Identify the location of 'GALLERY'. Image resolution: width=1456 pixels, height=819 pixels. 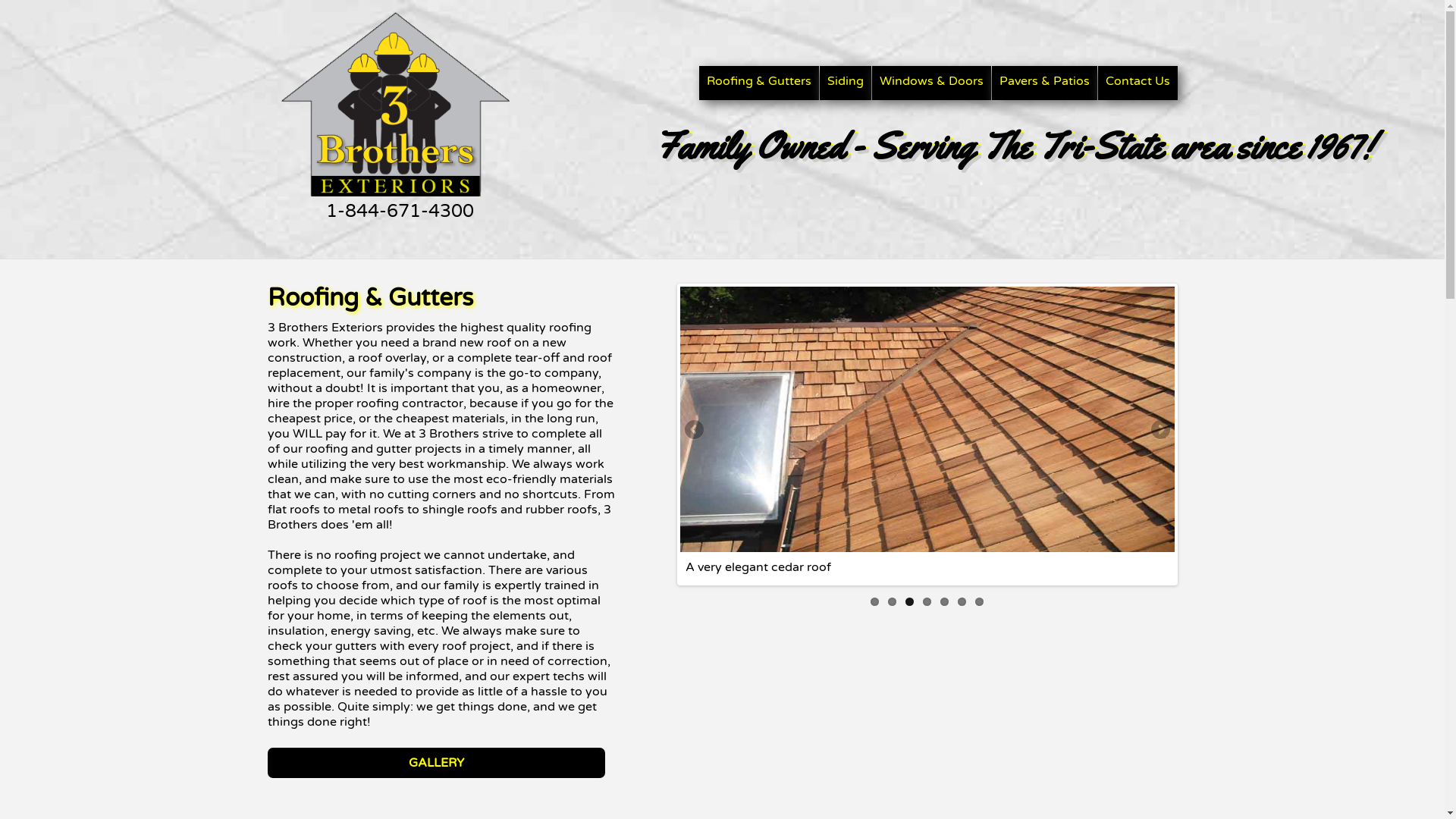
(435, 763).